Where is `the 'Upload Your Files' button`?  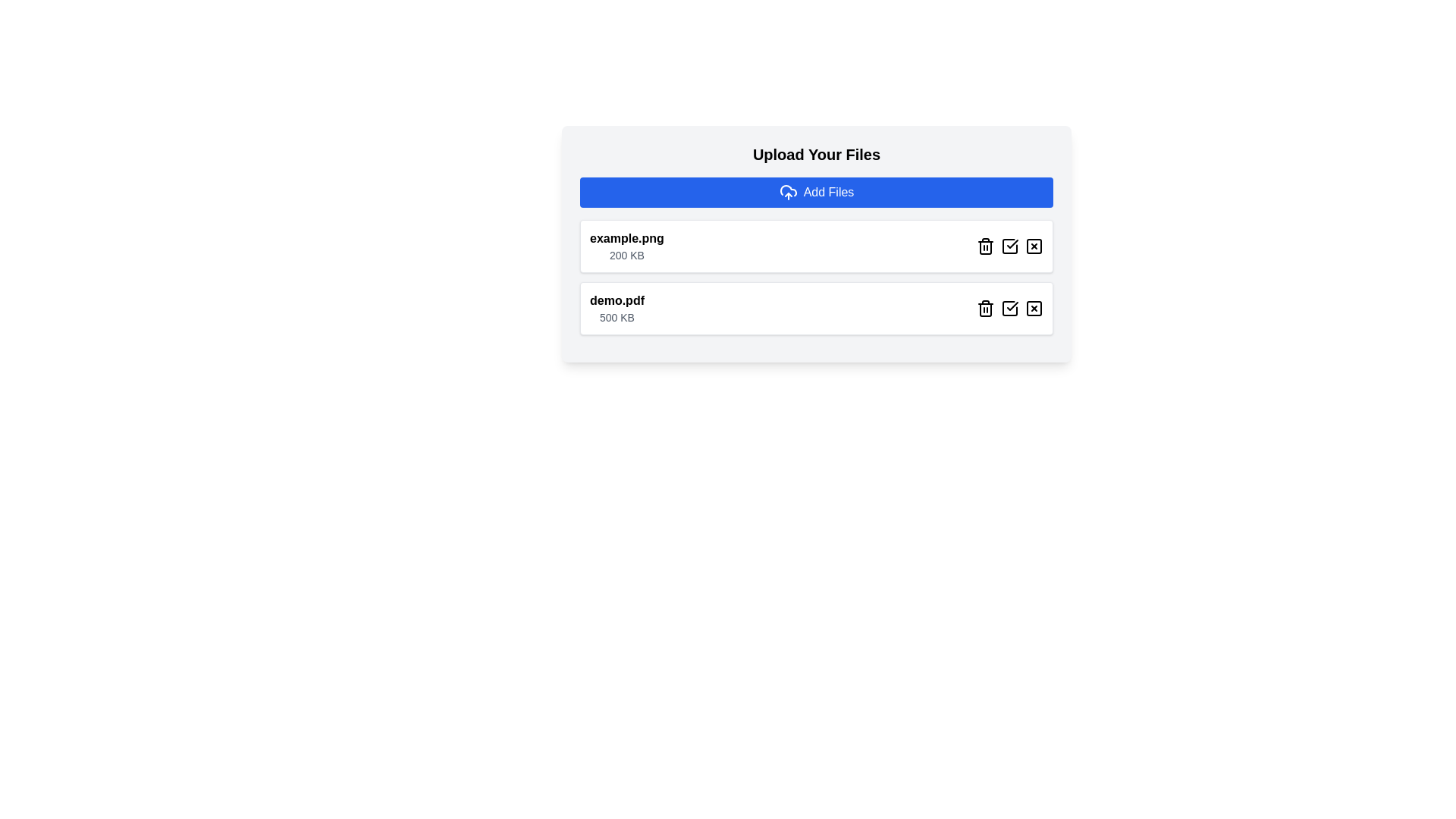 the 'Upload Your Files' button is located at coordinates (815, 192).